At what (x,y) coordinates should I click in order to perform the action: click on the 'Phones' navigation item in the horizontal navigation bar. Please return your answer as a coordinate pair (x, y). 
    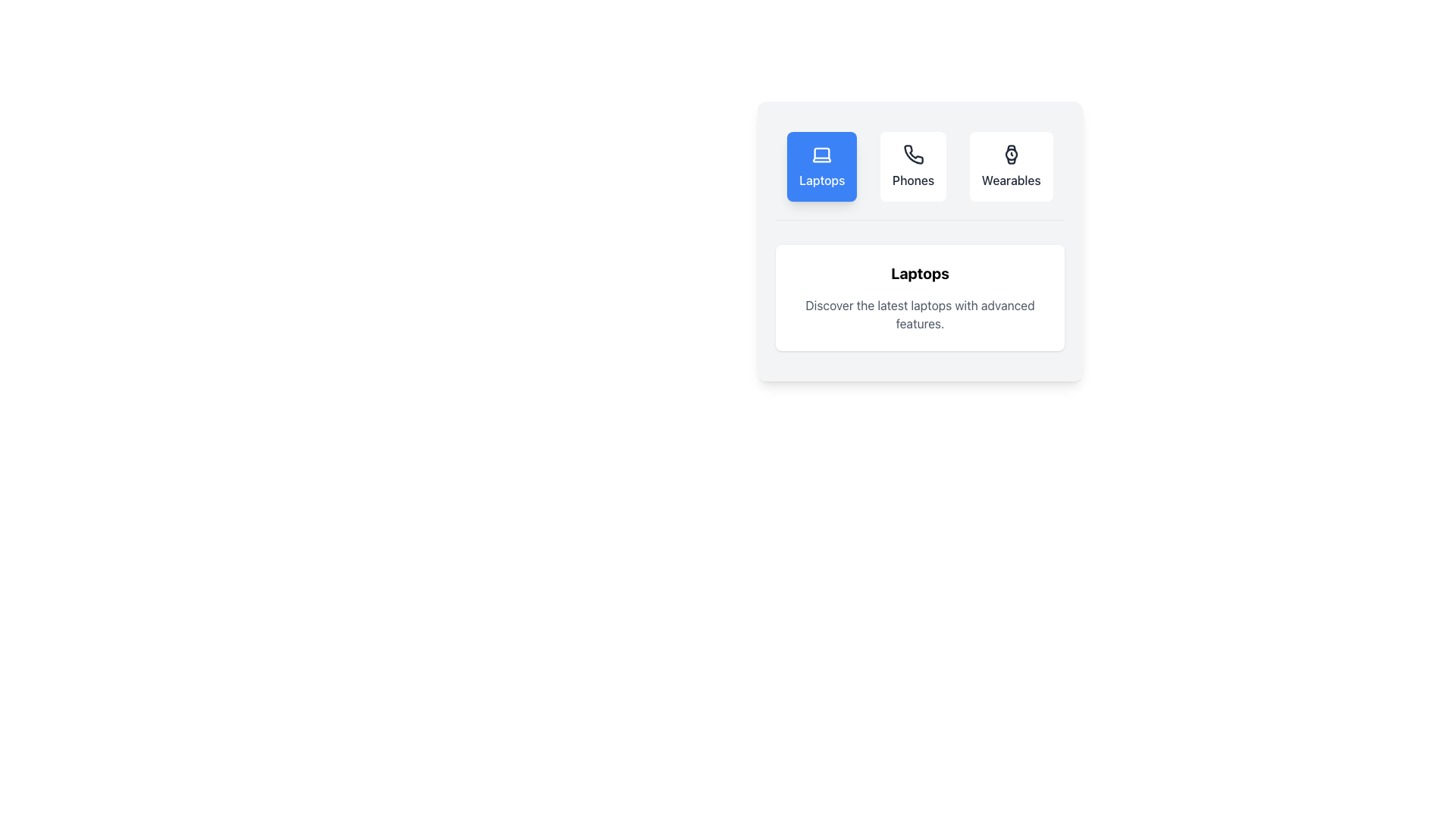
    Looking at the image, I should click on (919, 175).